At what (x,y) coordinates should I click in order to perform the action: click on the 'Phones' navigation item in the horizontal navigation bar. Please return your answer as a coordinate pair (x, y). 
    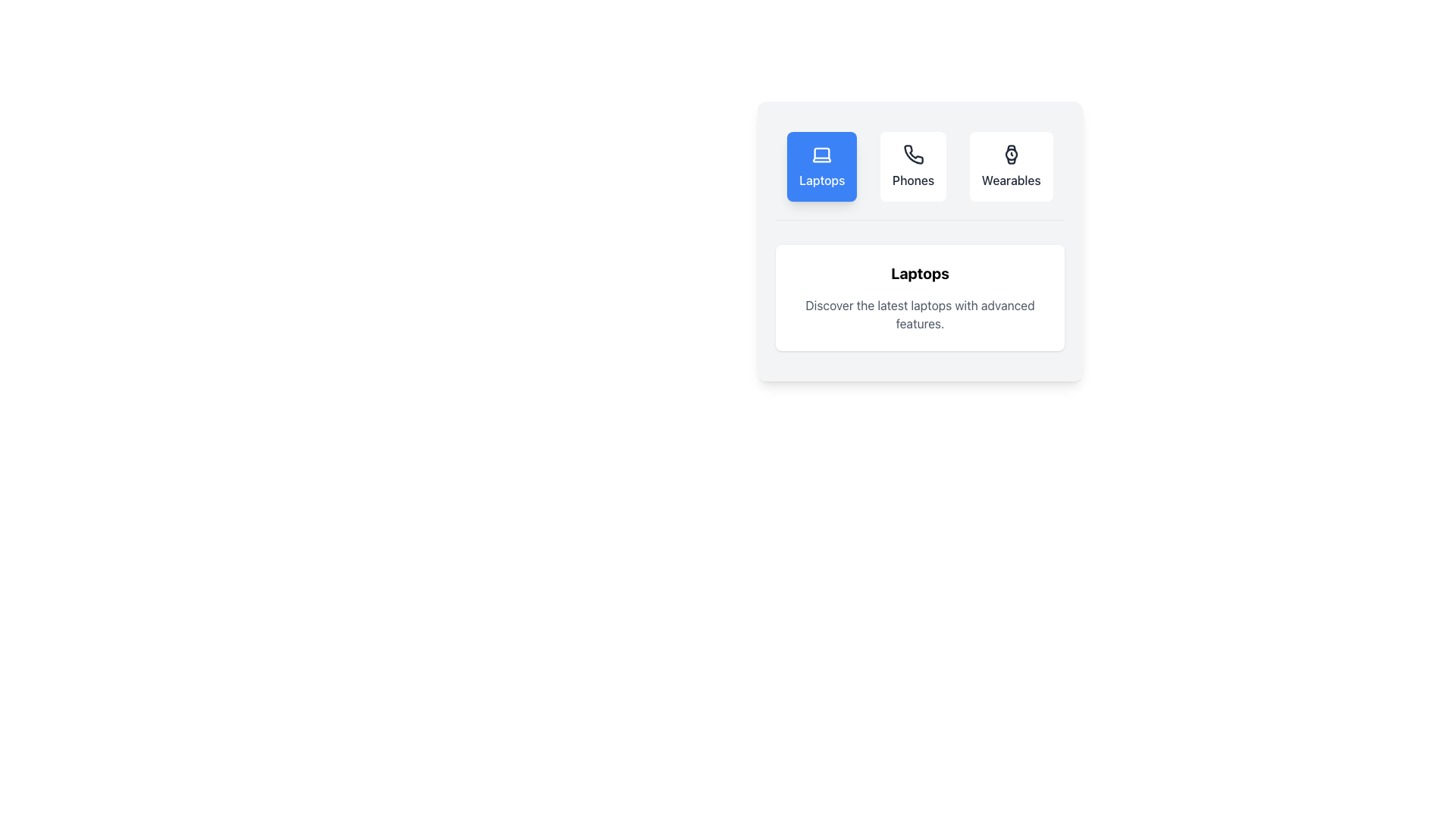
    Looking at the image, I should click on (919, 175).